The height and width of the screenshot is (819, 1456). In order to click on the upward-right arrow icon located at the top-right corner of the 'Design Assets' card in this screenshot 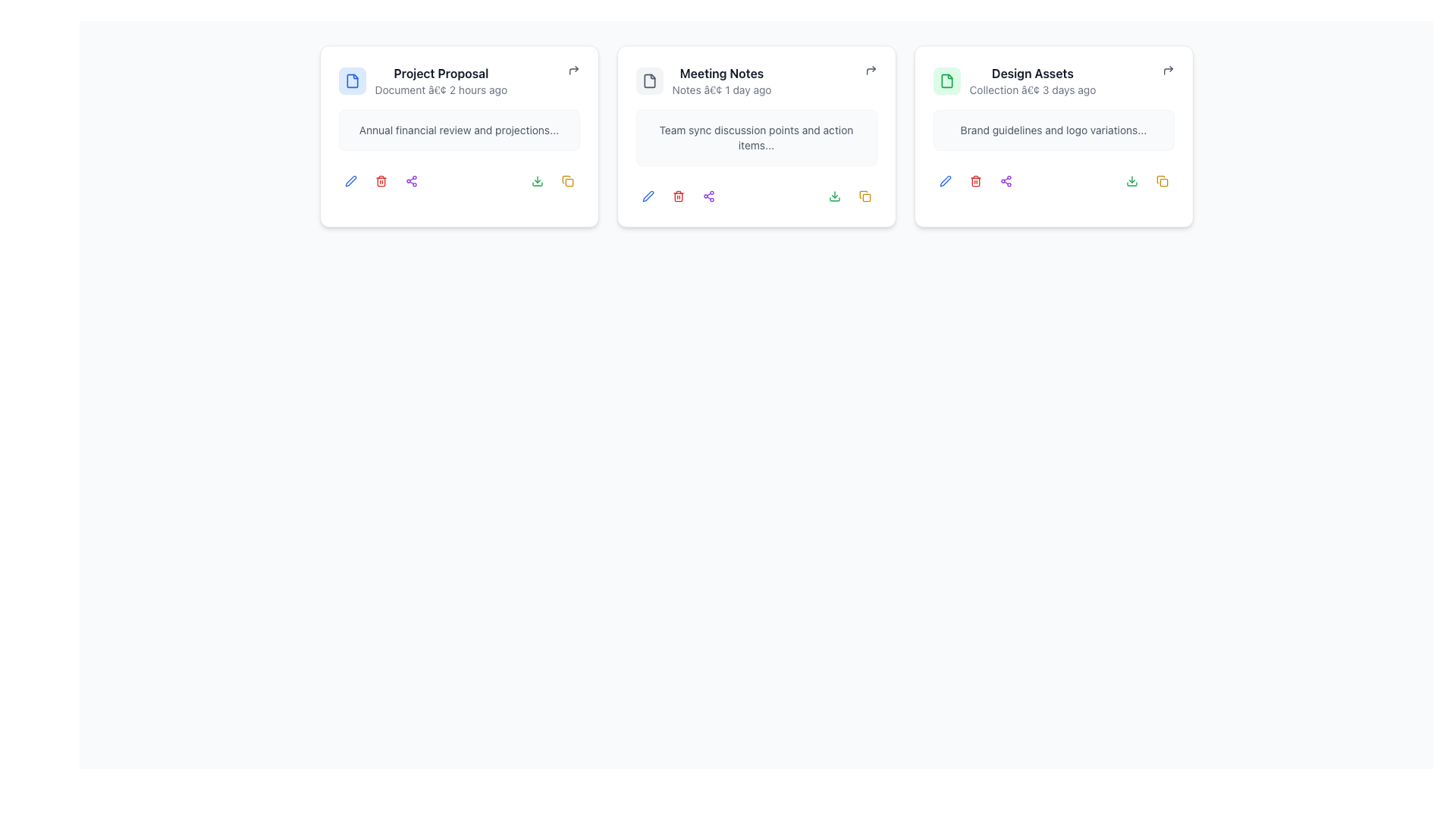, I will do `click(1167, 70)`.